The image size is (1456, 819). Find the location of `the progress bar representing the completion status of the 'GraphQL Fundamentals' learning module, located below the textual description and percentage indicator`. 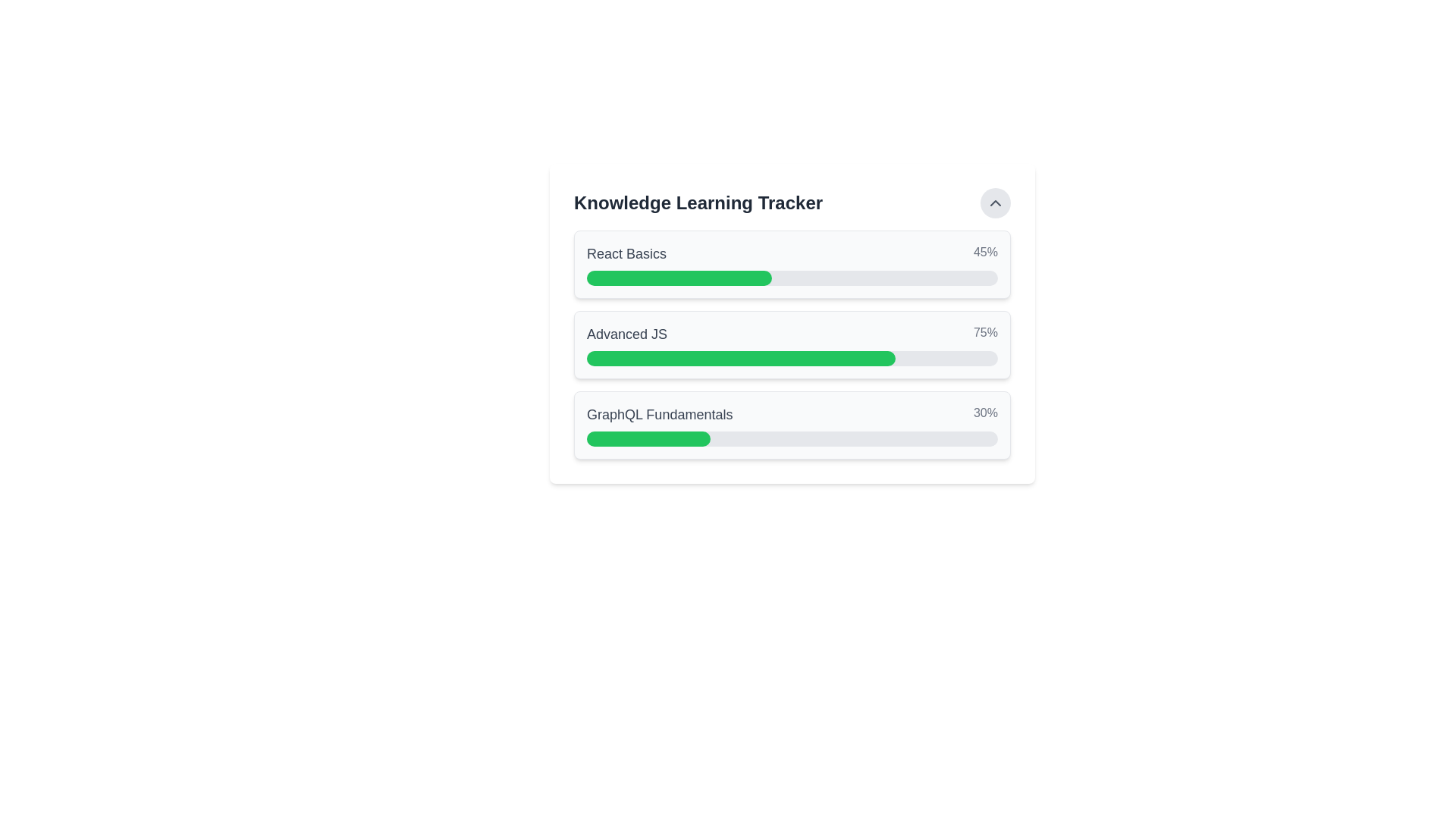

the progress bar representing the completion status of the 'GraphQL Fundamentals' learning module, located below the textual description and percentage indicator is located at coordinates (792, 438).